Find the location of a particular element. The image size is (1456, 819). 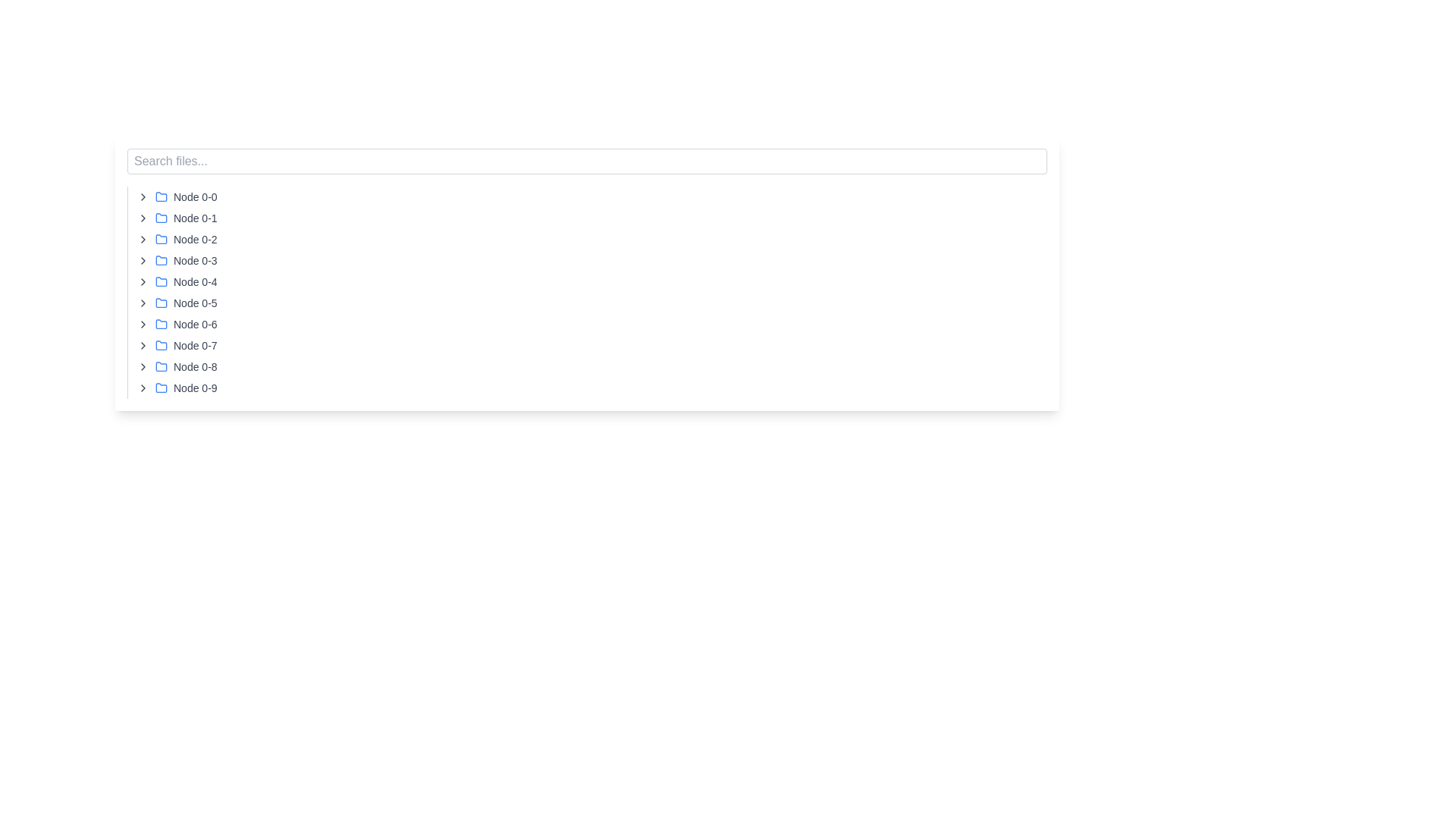

the chevron-right icon is located at coordinates (143, 239).